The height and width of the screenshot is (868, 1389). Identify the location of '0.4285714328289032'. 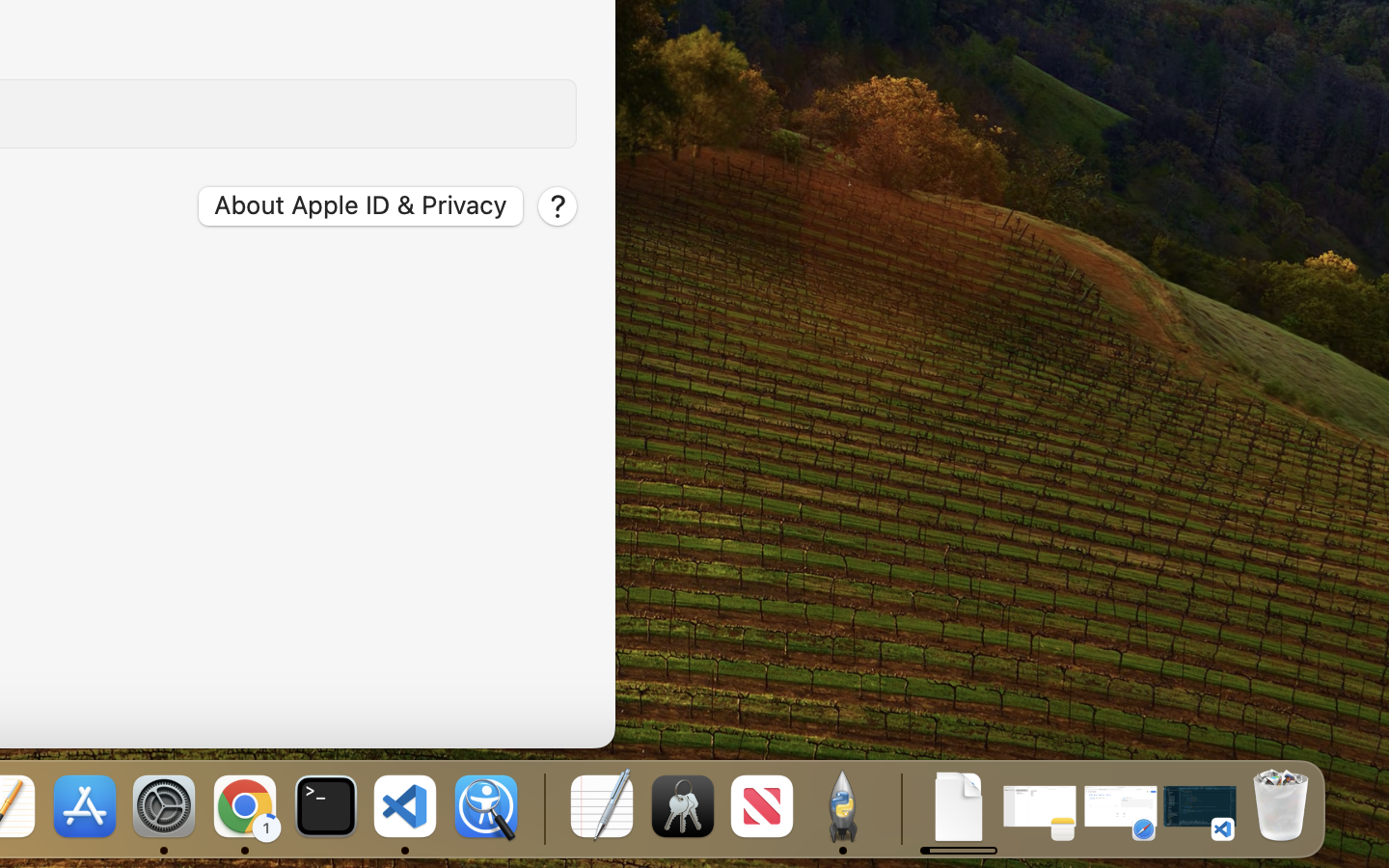
(542, 807).